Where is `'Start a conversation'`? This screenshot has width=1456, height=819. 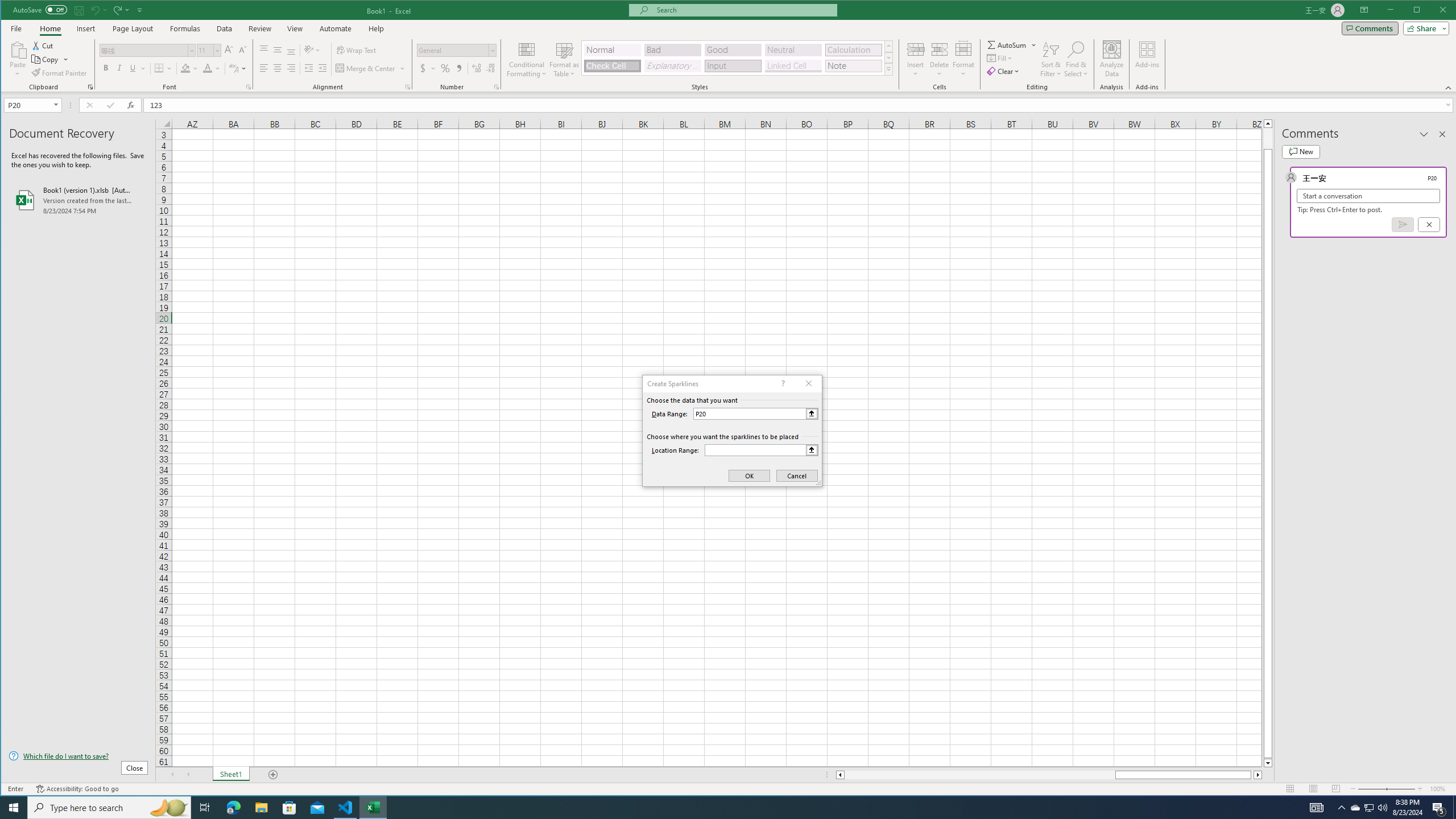
'Start a conversation' is located at coordinates (1368, 196).